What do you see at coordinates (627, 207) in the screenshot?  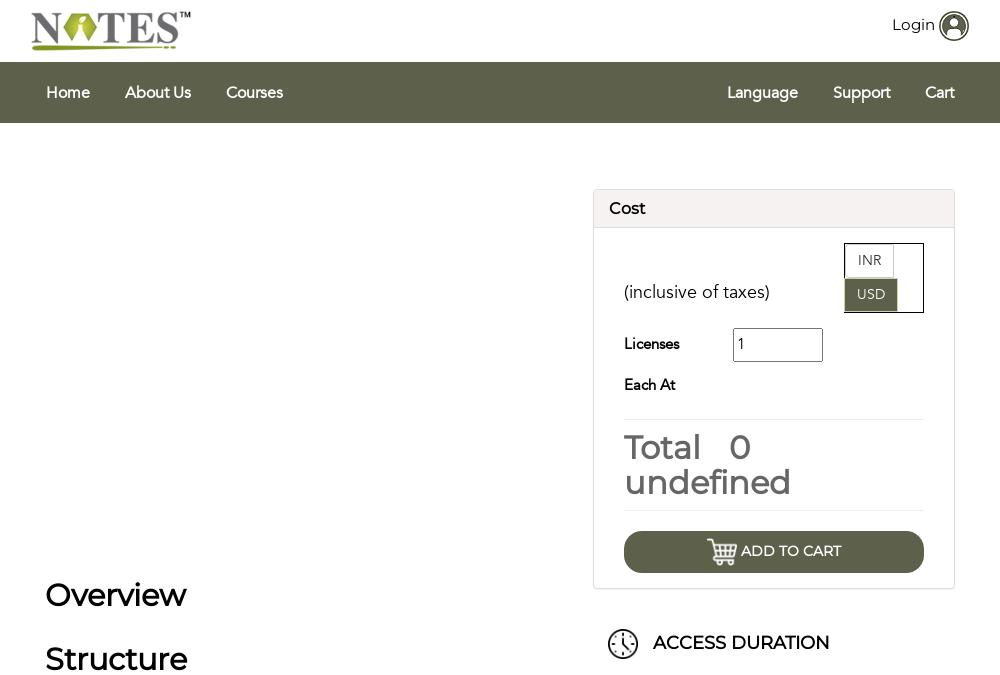 I see `'Cost'` at bounding box center [627, 207].